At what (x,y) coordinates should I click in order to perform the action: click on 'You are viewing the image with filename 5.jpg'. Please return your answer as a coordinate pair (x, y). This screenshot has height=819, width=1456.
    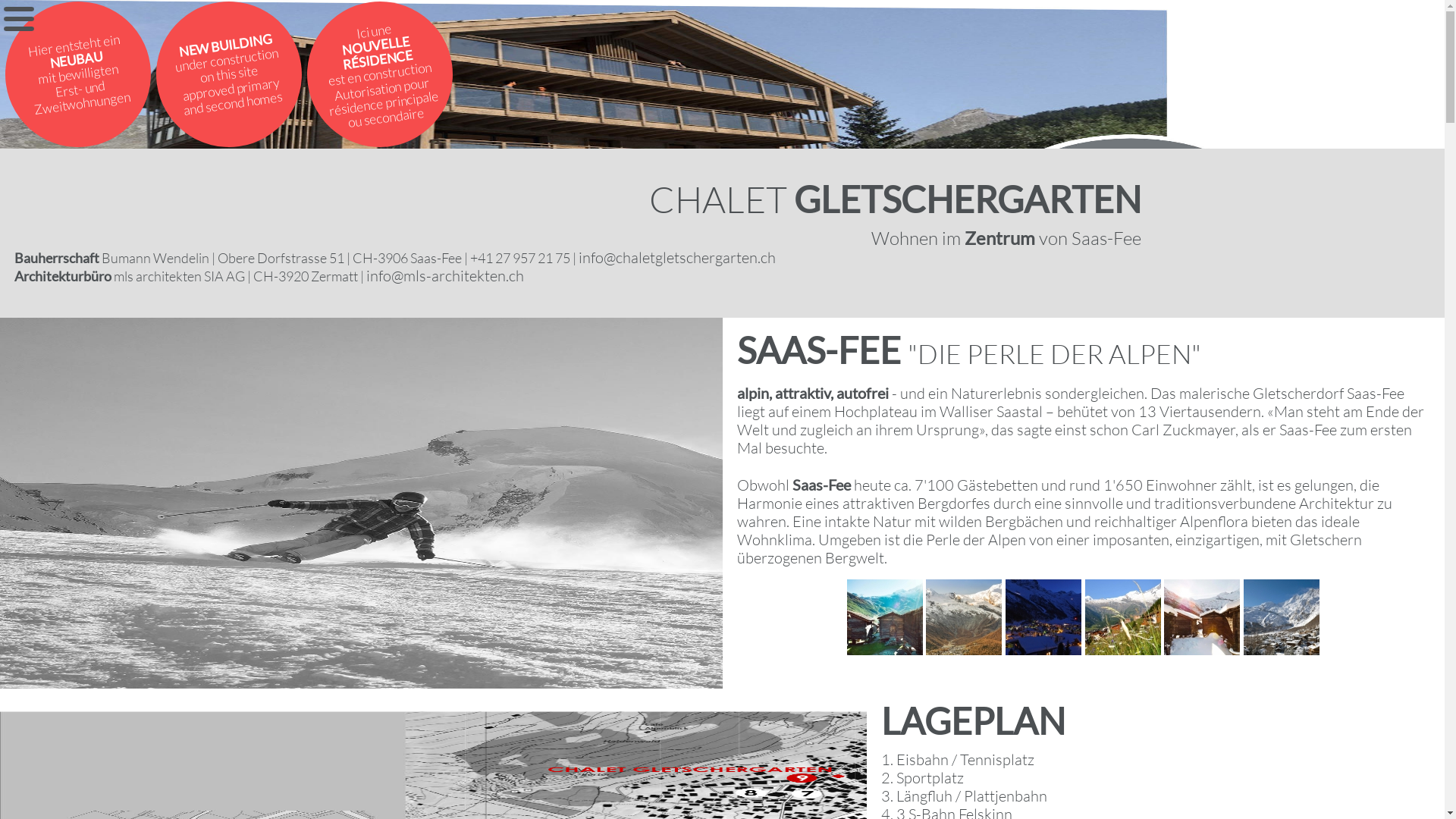
    Looking at the image, I should click on (1200, 617).